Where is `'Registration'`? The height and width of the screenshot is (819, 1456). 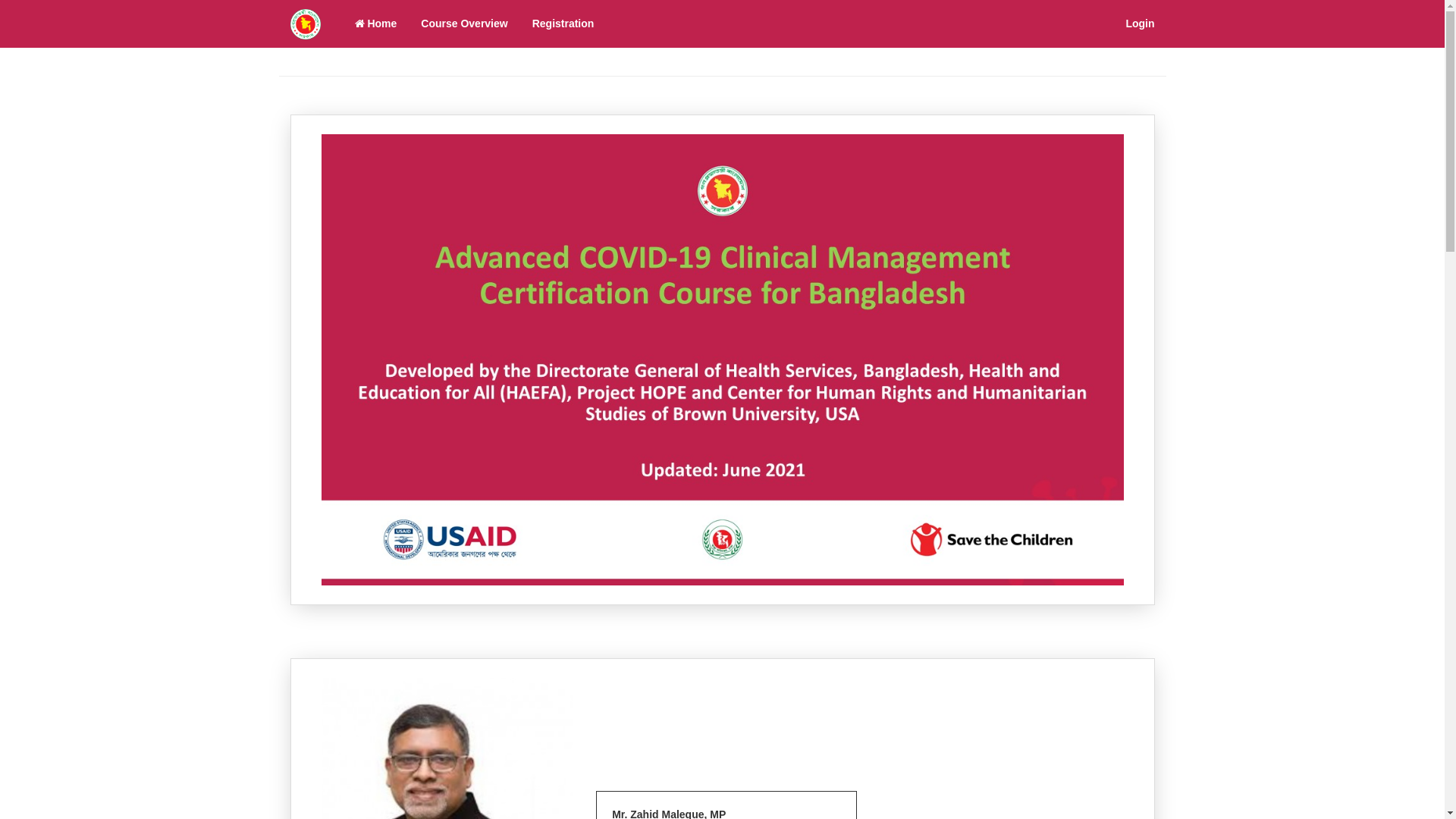 'Registration' is located at coordinates (563, 23).